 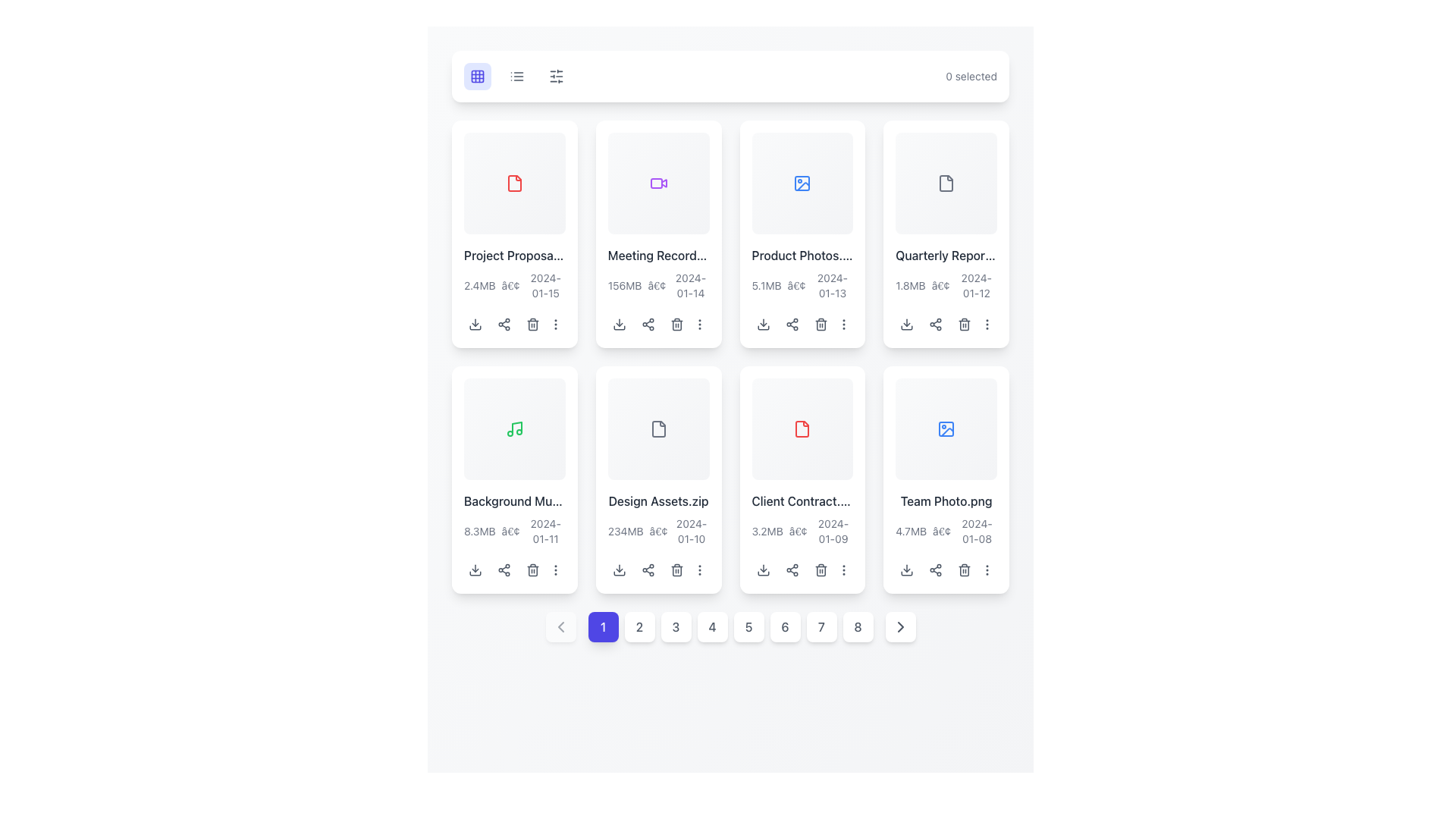 I want to click on compact text block displaying file-related metadata formatted as 'size • date' with the text '234MB • 2024-01-10', located below the file name 'Design Assets.zip', so click(x=658, y=530).